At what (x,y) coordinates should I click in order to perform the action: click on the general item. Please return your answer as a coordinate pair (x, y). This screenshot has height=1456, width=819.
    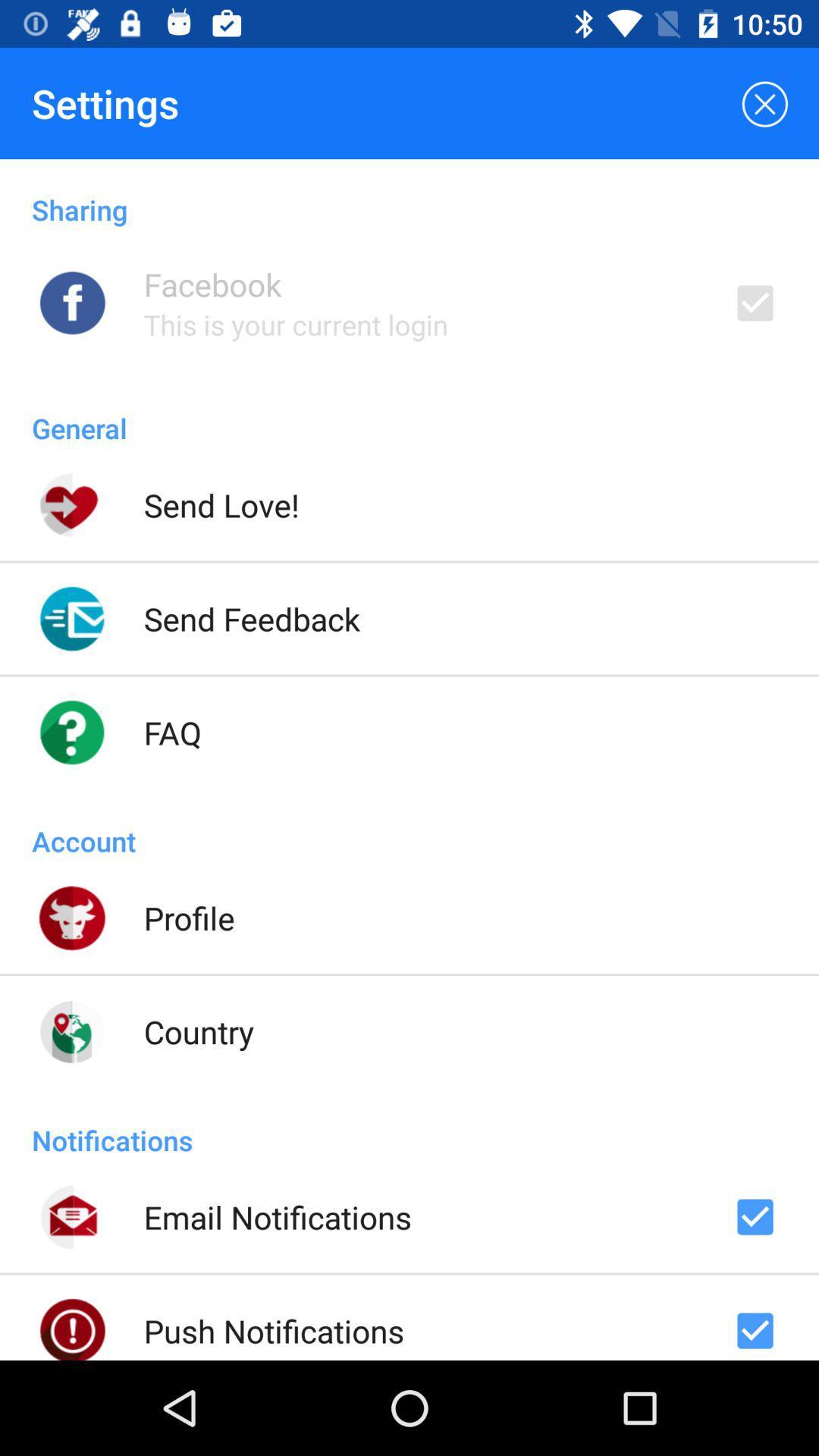
    Looking at the image, I should click on (409, 412).